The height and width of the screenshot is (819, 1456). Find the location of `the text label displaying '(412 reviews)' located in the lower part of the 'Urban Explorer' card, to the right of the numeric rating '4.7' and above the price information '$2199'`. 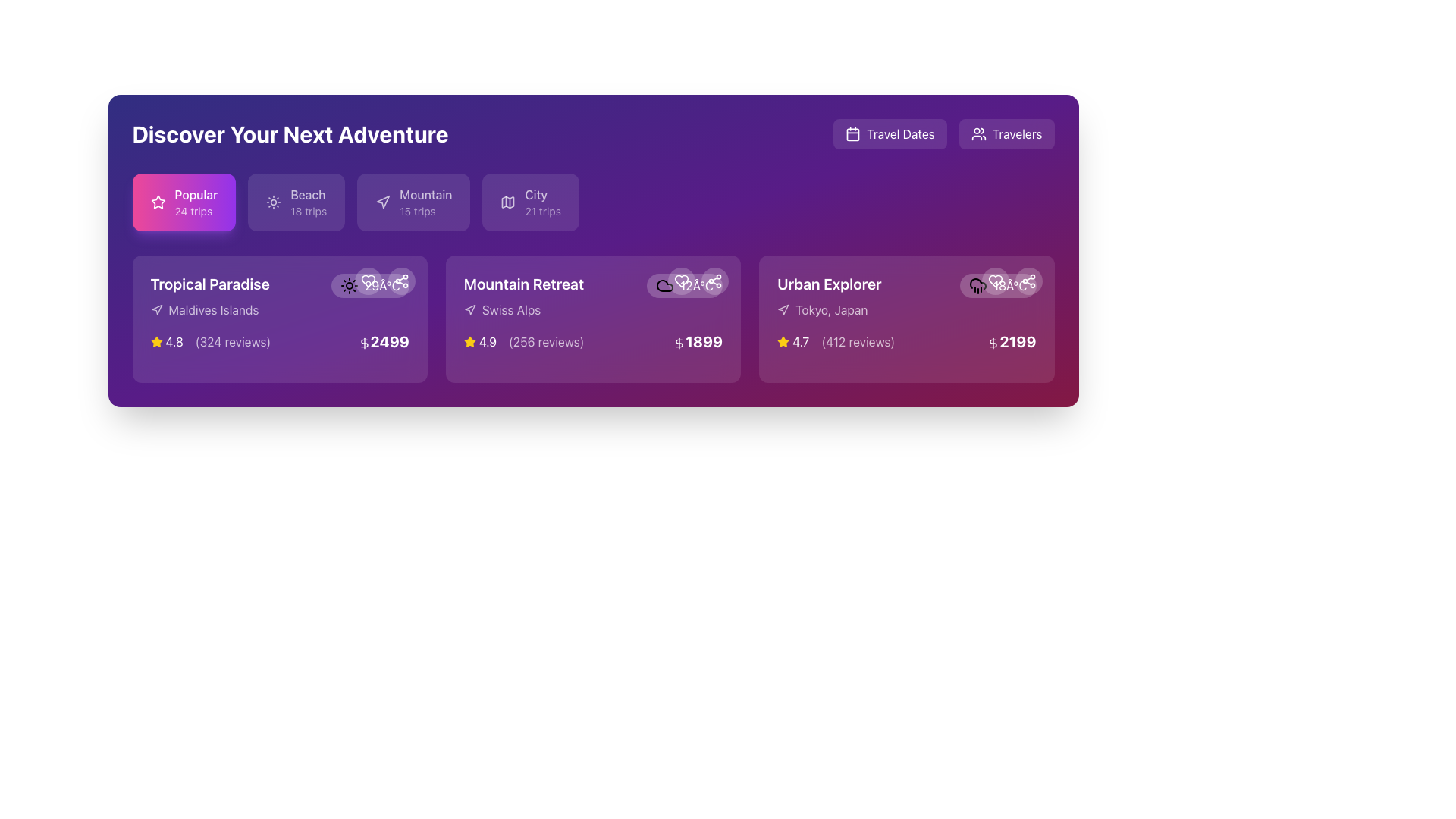

the text label displaying '(412 reviews)' located in the lower part of the 'Urban Explorer' card, to the right of the numeric rating '4.7' and above the price information '$2199' is located at coordinates (858, 342).